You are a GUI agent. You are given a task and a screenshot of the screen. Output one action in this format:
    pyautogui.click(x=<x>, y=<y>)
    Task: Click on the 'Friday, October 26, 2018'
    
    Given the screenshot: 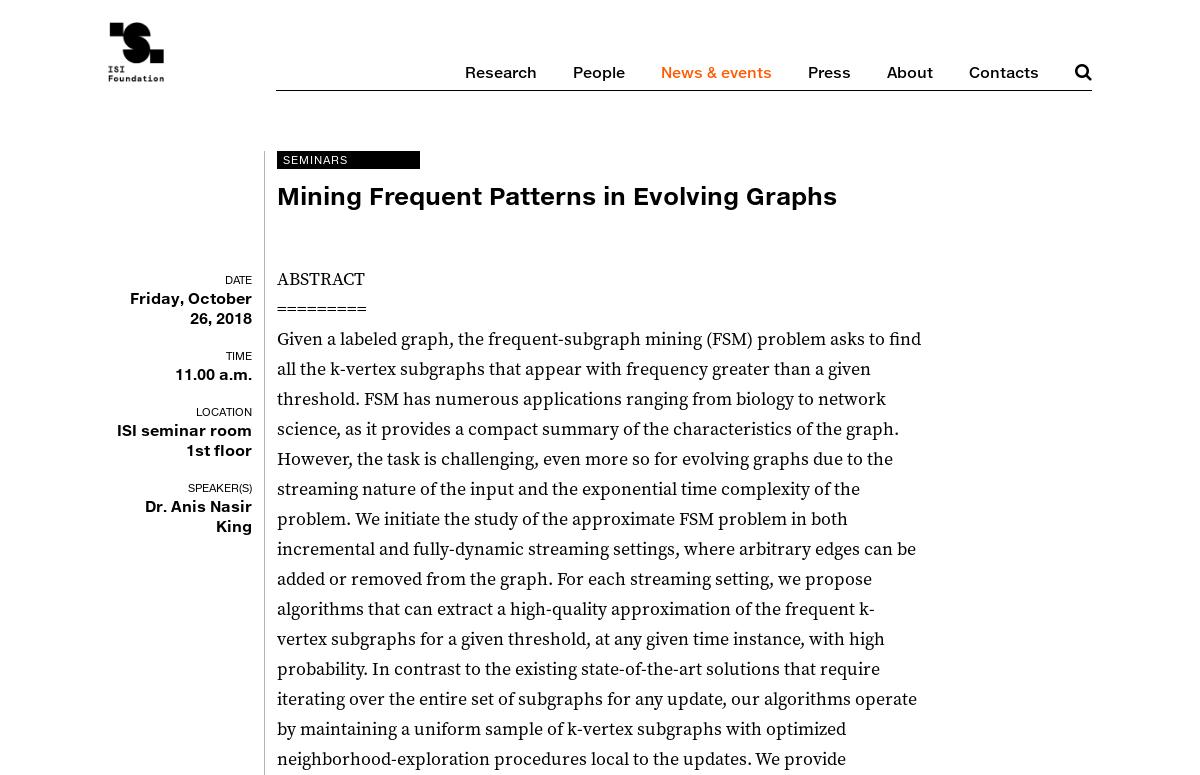 What is the action you would take?
    pyautogui.click(x=190, y=306)
    